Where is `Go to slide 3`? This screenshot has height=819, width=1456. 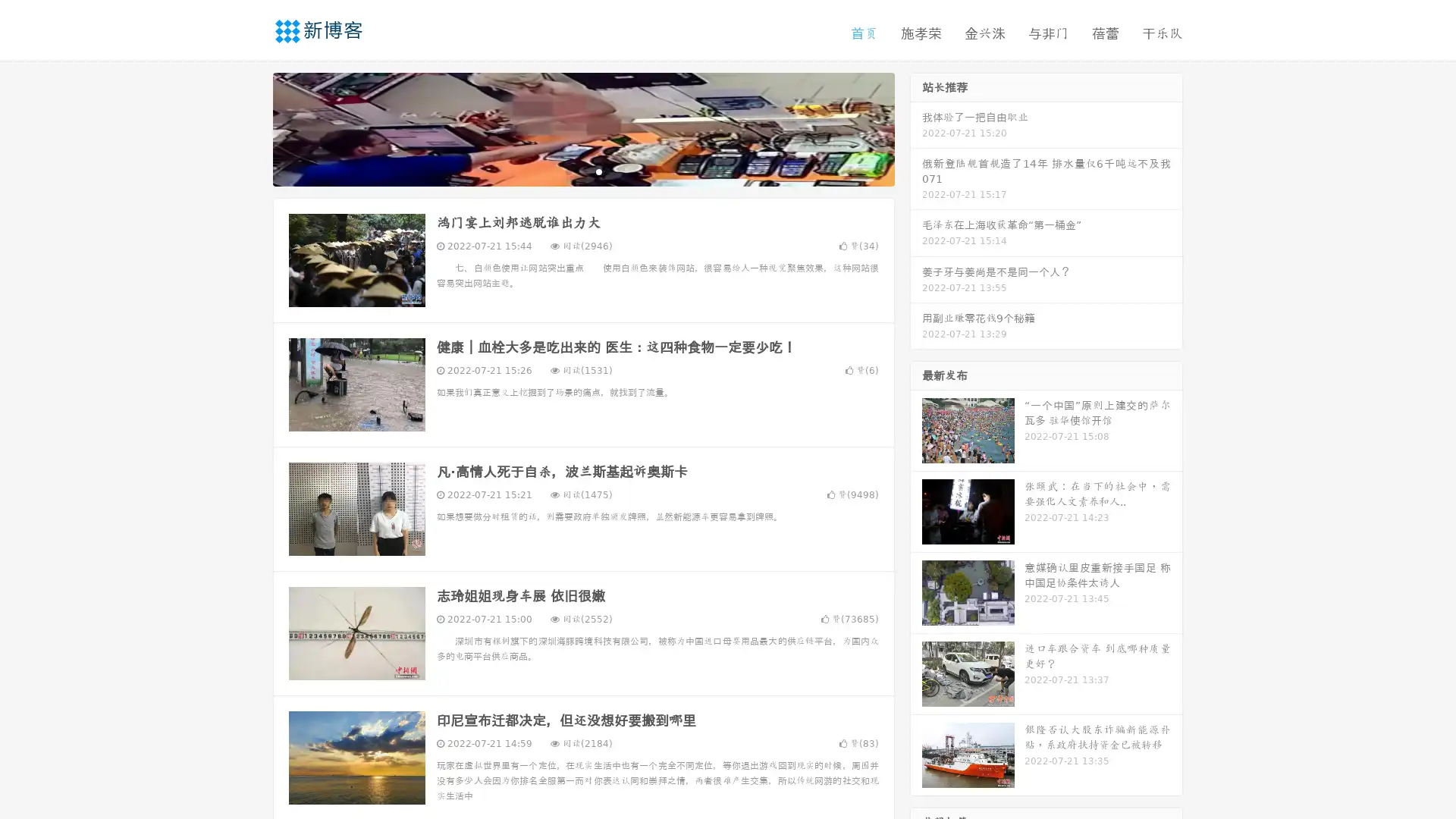
Go to slide 3 is located at coordinates (598, 171).